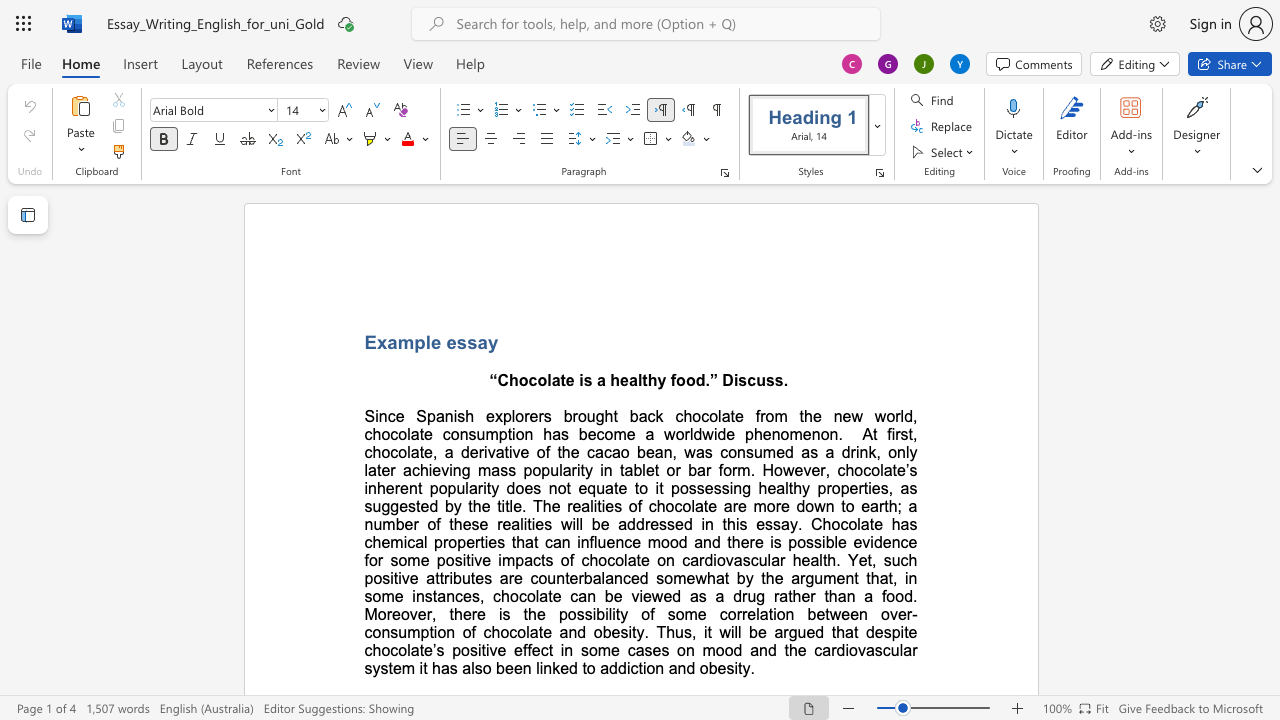 Image resolution: width=1280 pixels, height=720 pixels. What do you see at coordinates (559, 380) in the screenshot?
I see `the space between the continuous character "a" and "t" in the text` at bounding box center [559, 380].